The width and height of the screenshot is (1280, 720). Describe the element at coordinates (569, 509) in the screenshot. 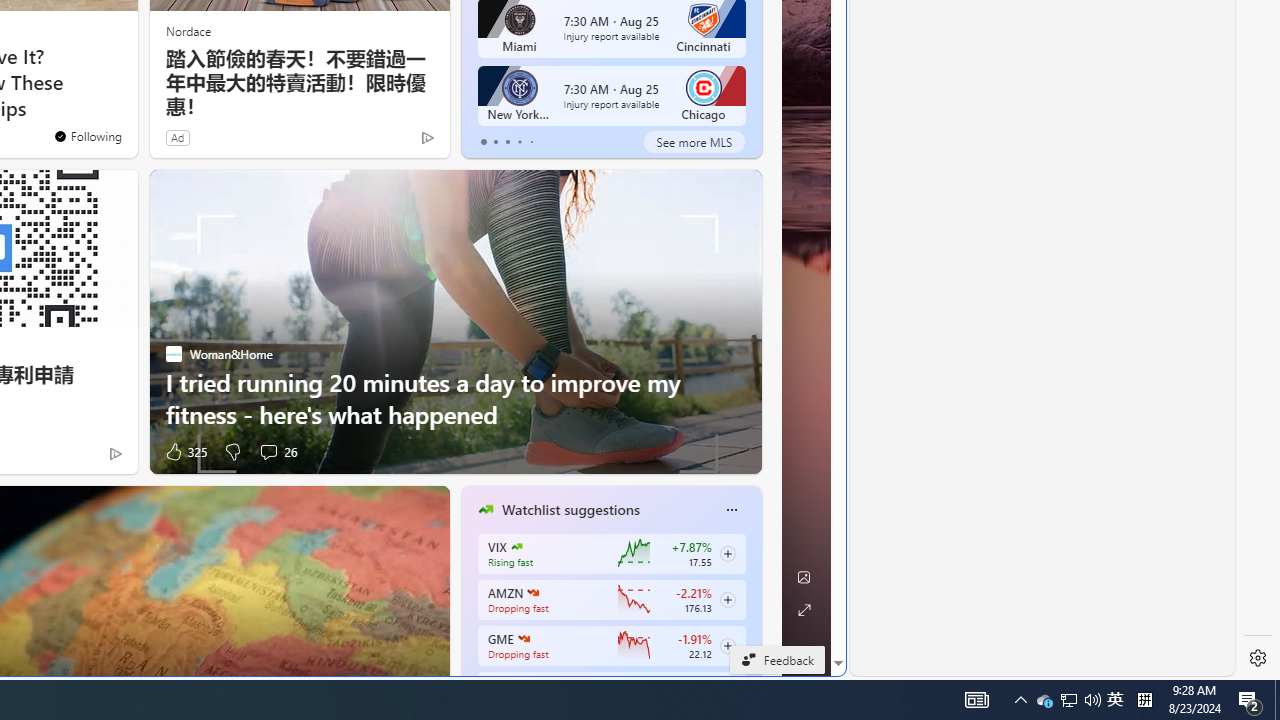

I see `'Watchlist suggestions'` at that location.